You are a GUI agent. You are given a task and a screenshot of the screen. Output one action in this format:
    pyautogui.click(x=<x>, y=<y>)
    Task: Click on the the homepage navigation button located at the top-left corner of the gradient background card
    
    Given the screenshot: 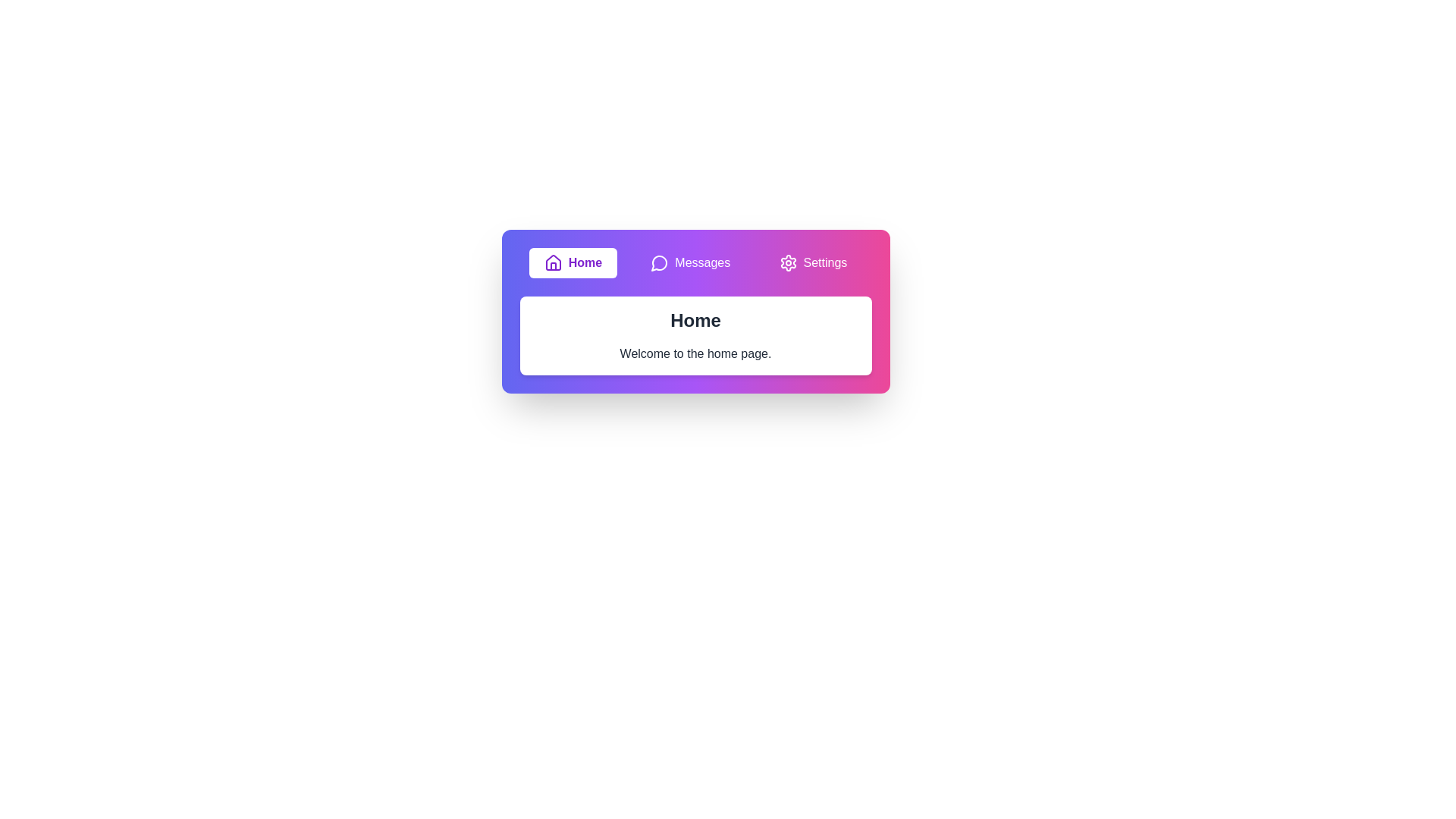 What is the action you would take?
    pyautogui.click(x=572, y=262)
    